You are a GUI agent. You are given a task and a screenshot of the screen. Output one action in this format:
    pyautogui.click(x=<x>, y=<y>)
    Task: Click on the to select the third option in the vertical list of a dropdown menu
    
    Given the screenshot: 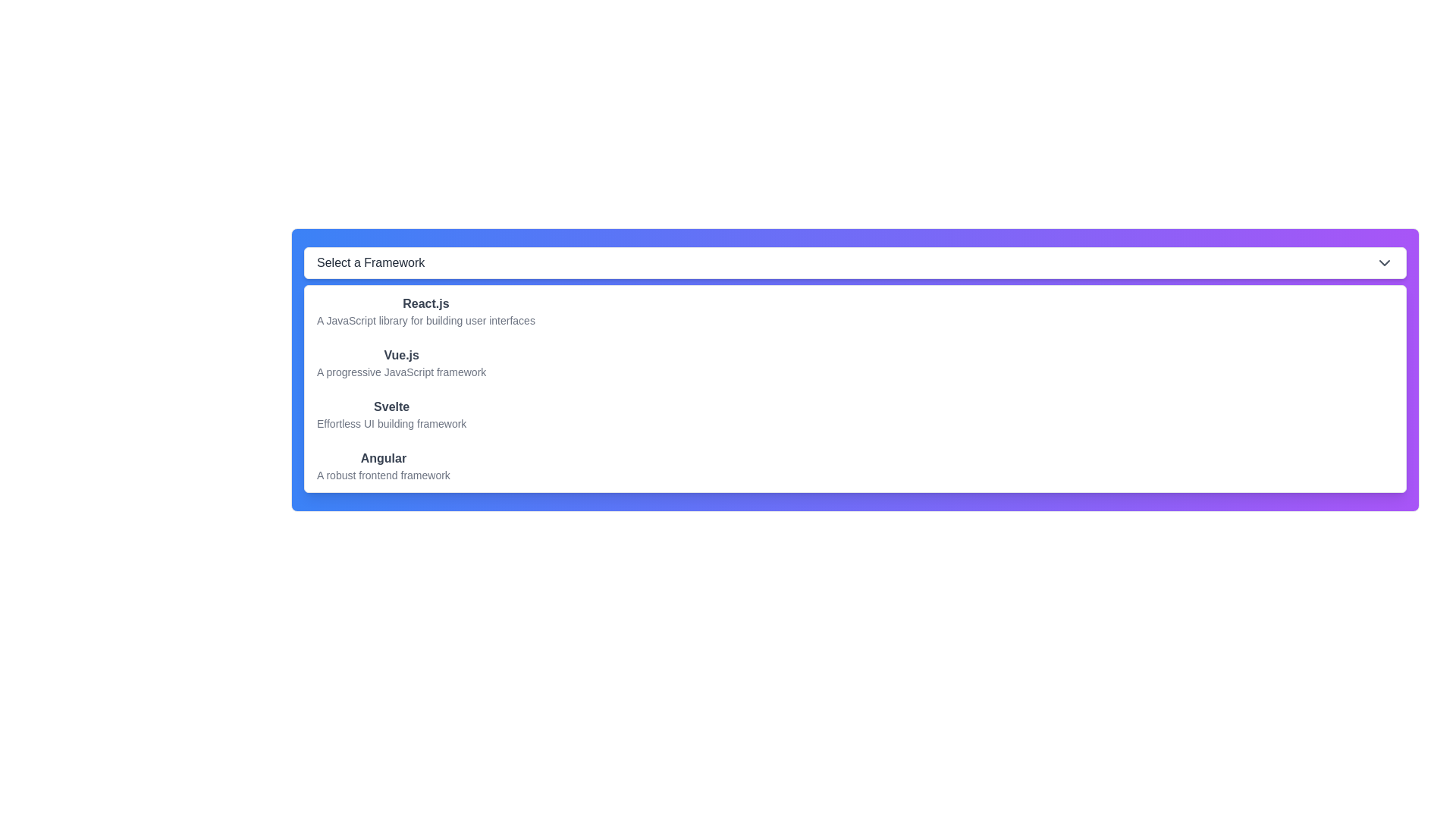 What is the action you would take?
    pyautogui.click(x=855, y=415)
    